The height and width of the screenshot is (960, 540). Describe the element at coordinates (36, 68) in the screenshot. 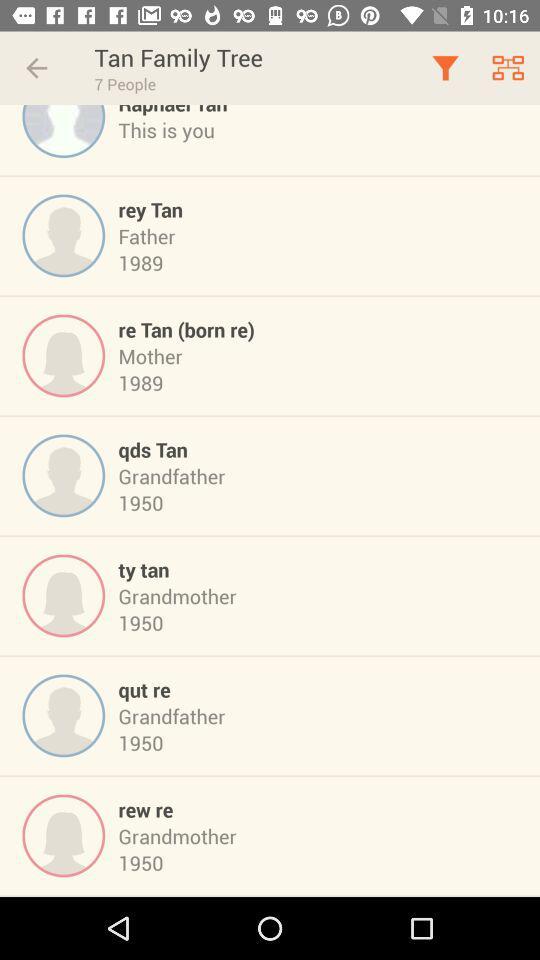

I see `item to the left of tan family tree item` at that location.